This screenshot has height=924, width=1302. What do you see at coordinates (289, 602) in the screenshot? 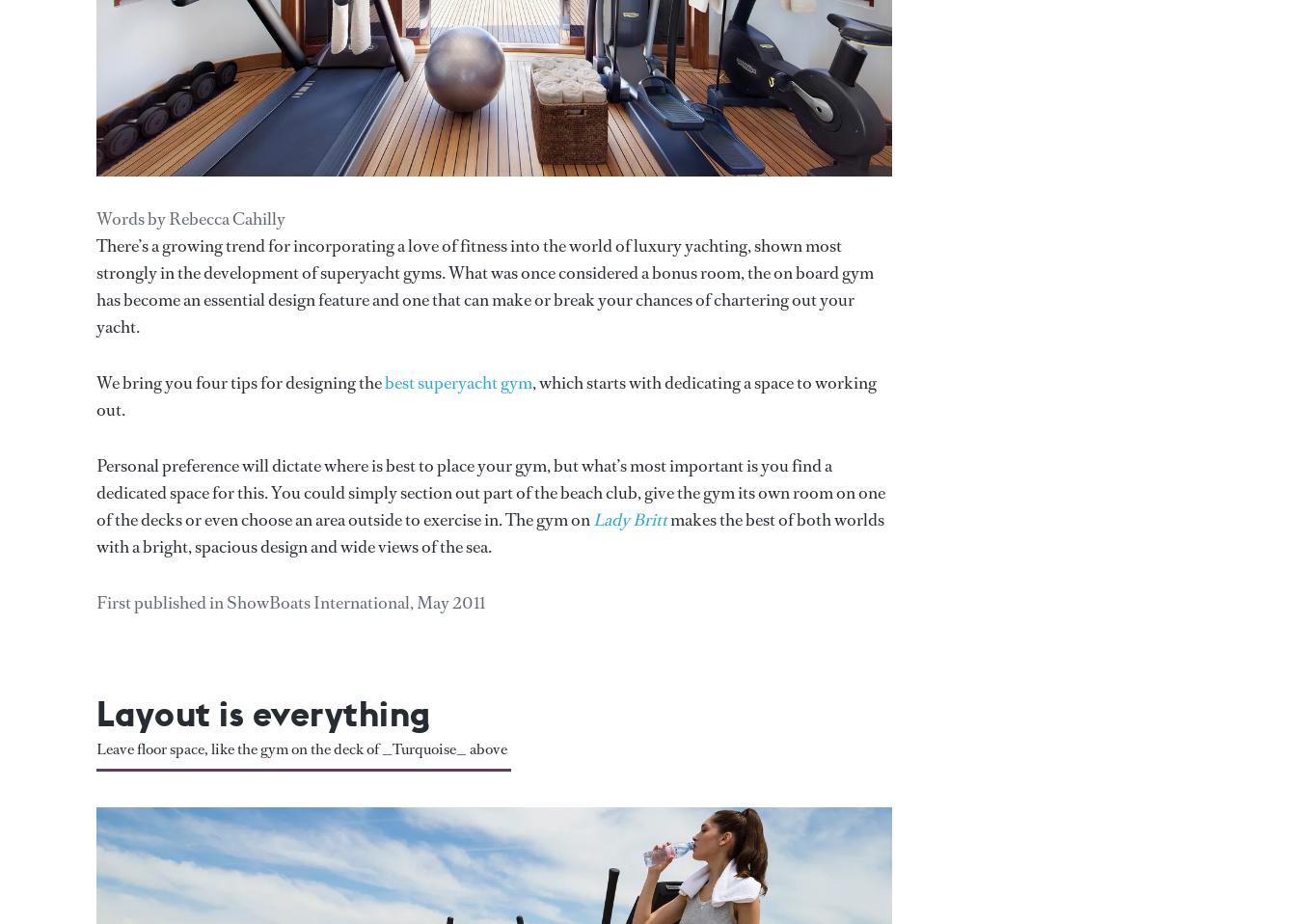
I see `'First published in ShowBoats International, May 2011'` at bounding box center [289, 602].